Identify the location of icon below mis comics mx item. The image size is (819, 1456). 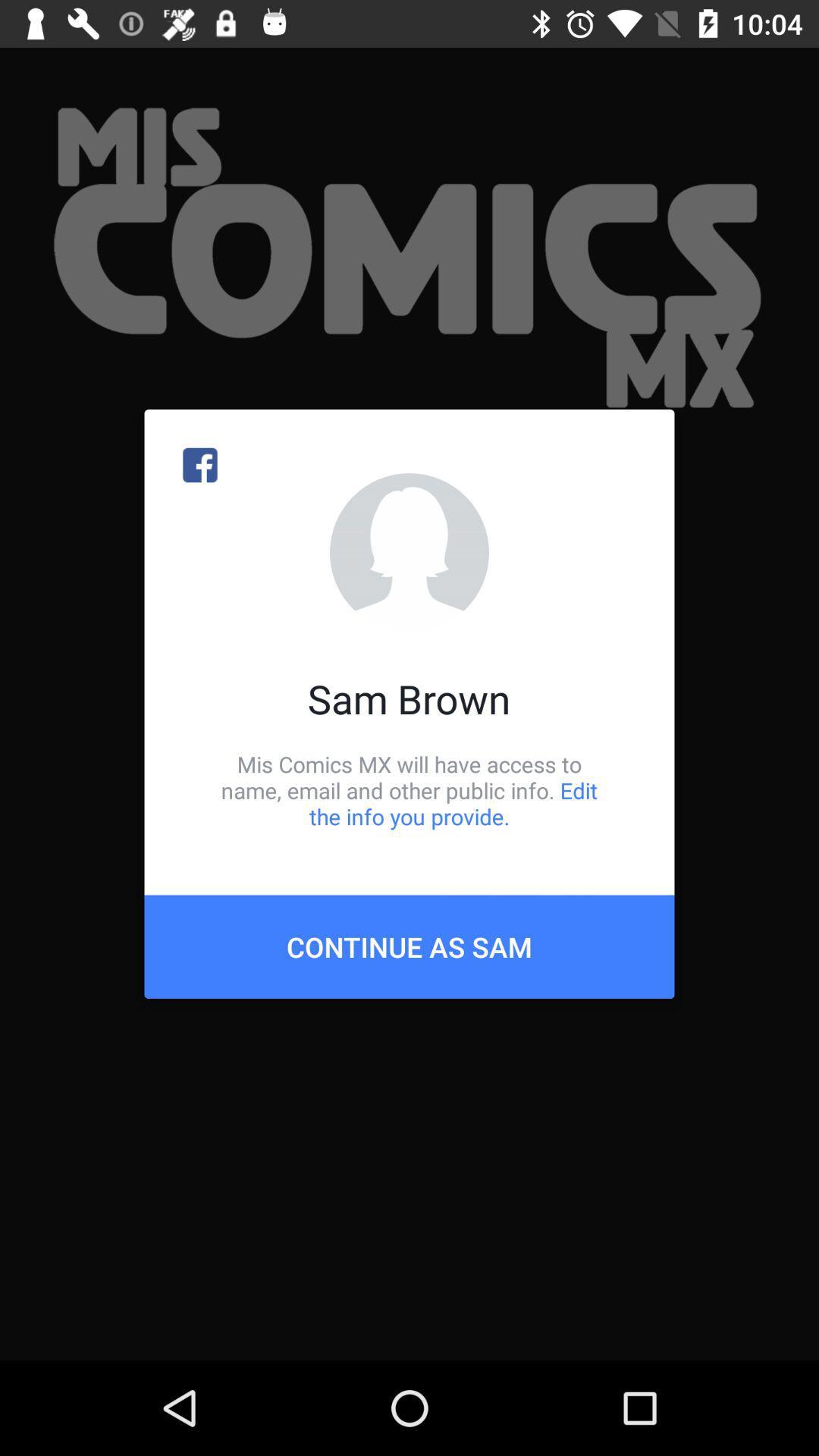
(409, 946).